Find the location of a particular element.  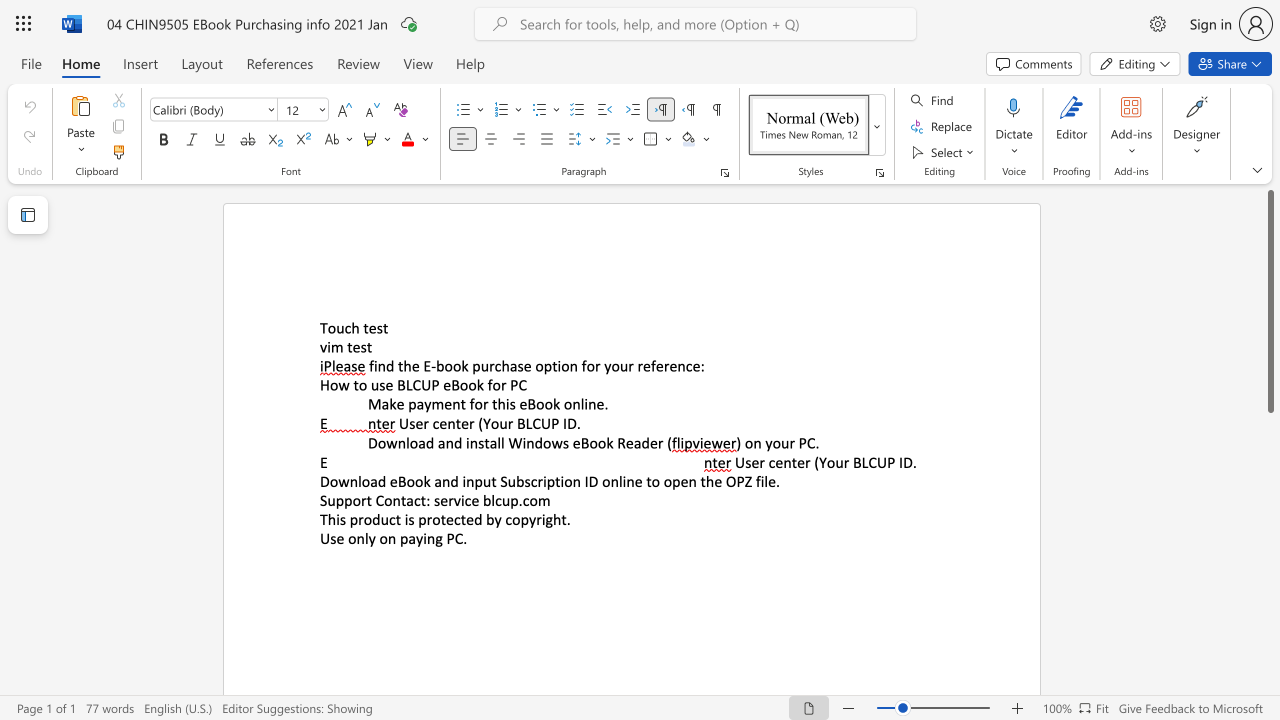

the space between the continuous character "c" and "h" in the text is located at coordinates (351, 327).